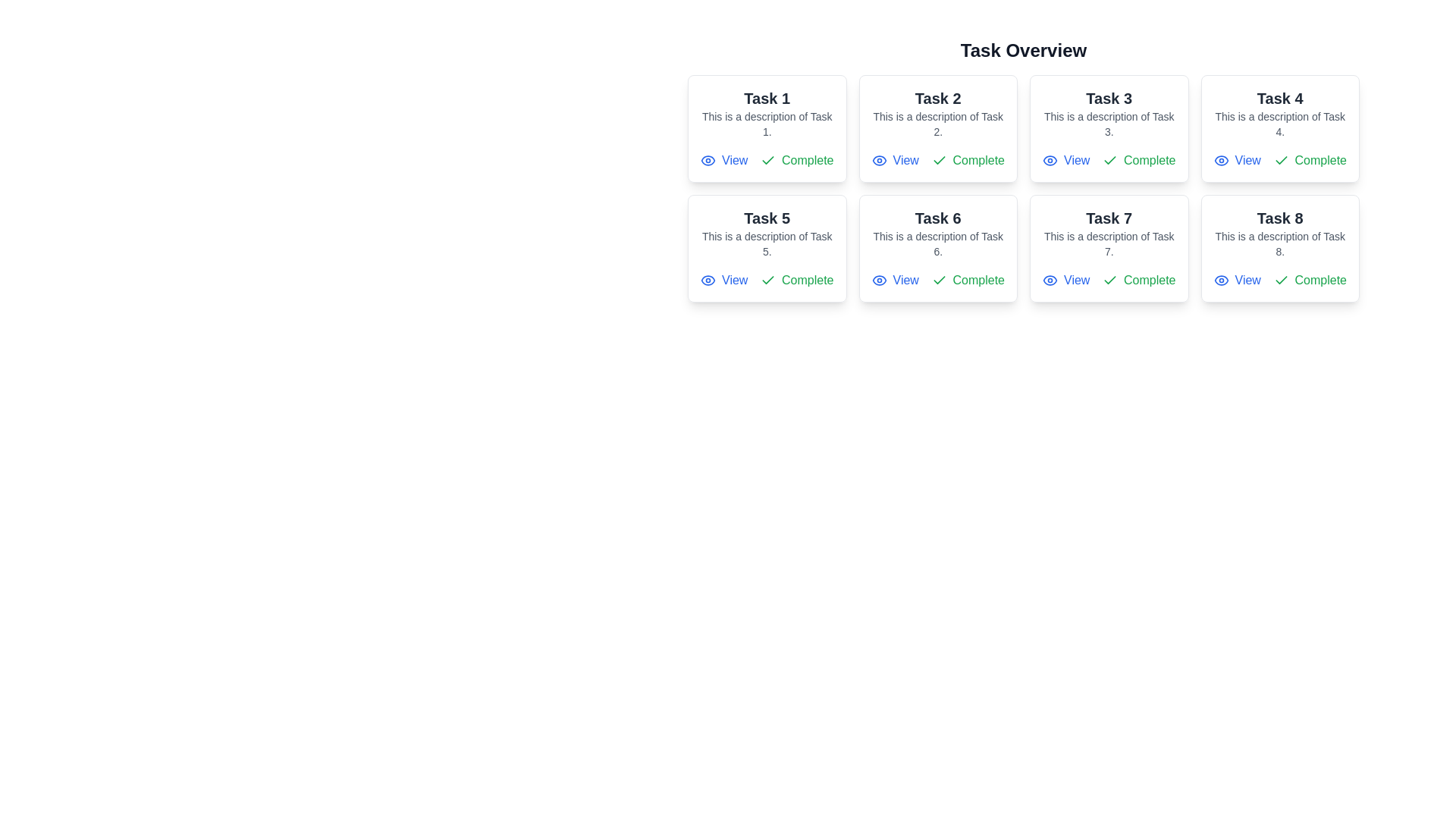 The height and width of the screenshot is (819, 1456). Describe the element at coordinates (937, 161) in the screenshot. I see `the 'Complete' label styled in green with a checkmark icon to mark the task as done, located at the bottom of the 'Task 2' card` at that location.